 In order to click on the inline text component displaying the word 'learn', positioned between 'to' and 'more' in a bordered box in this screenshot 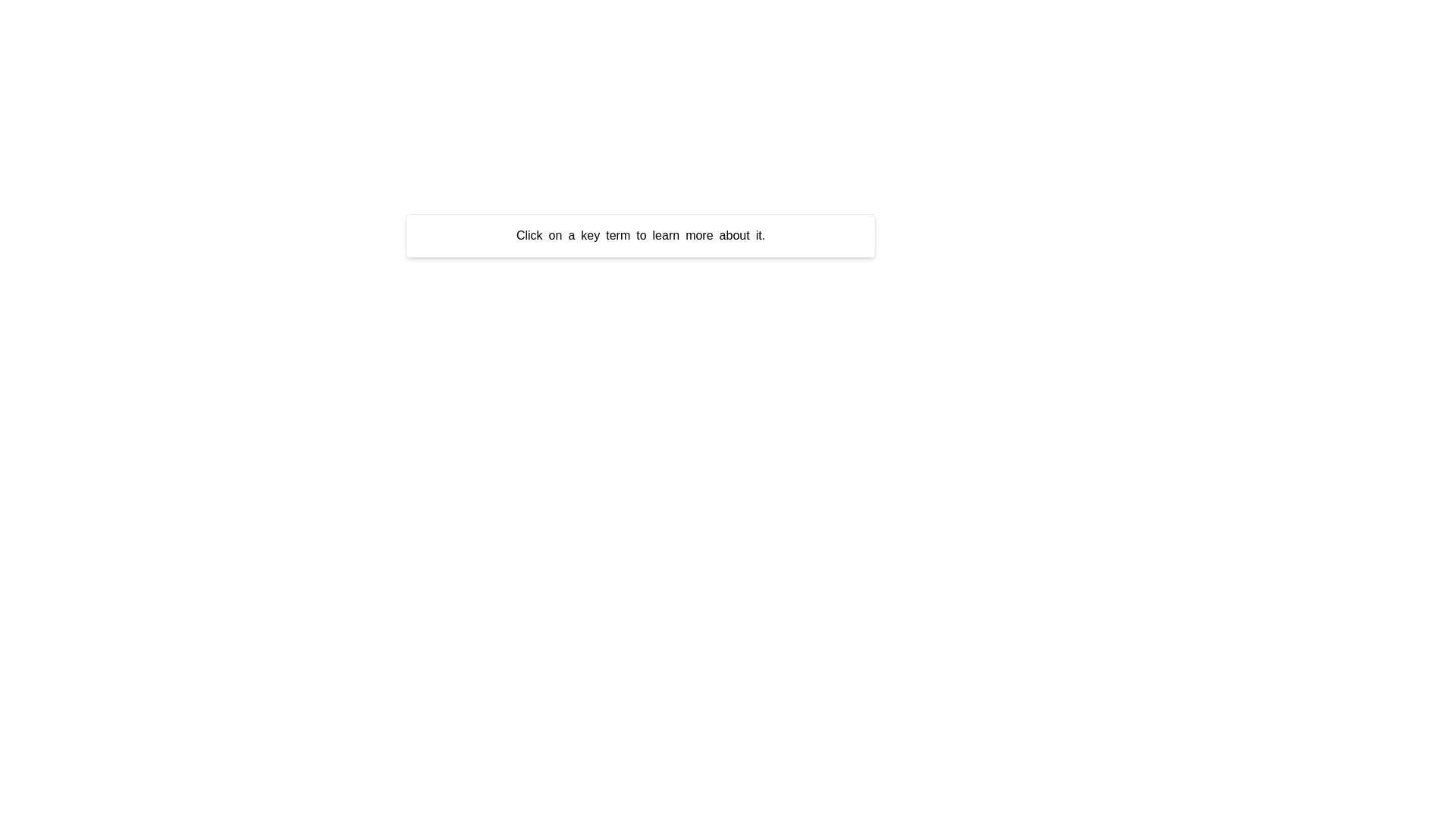, I will do `click(666, 235)`.